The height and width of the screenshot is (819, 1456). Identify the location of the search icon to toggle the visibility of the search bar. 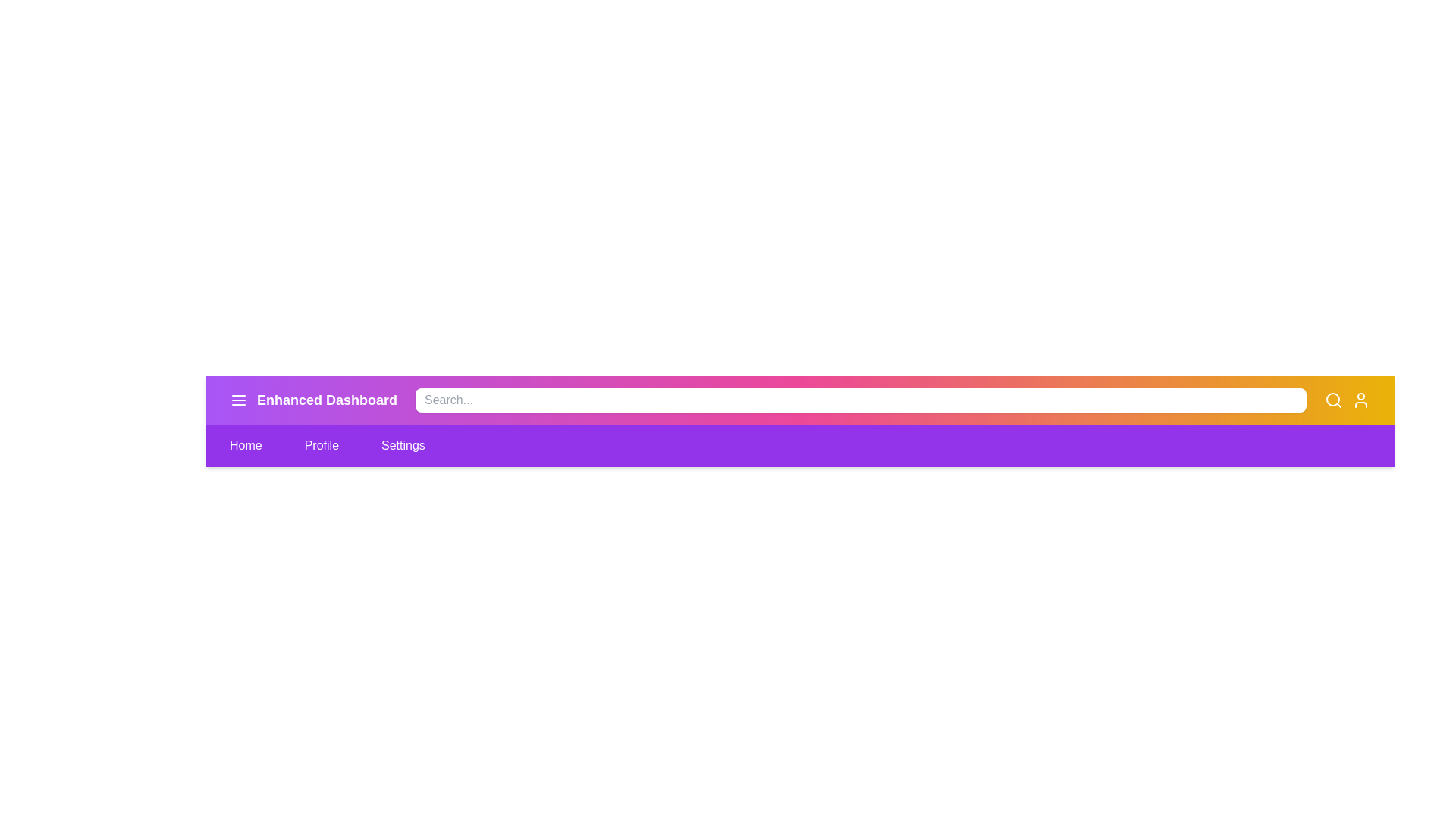
(1332, 400).